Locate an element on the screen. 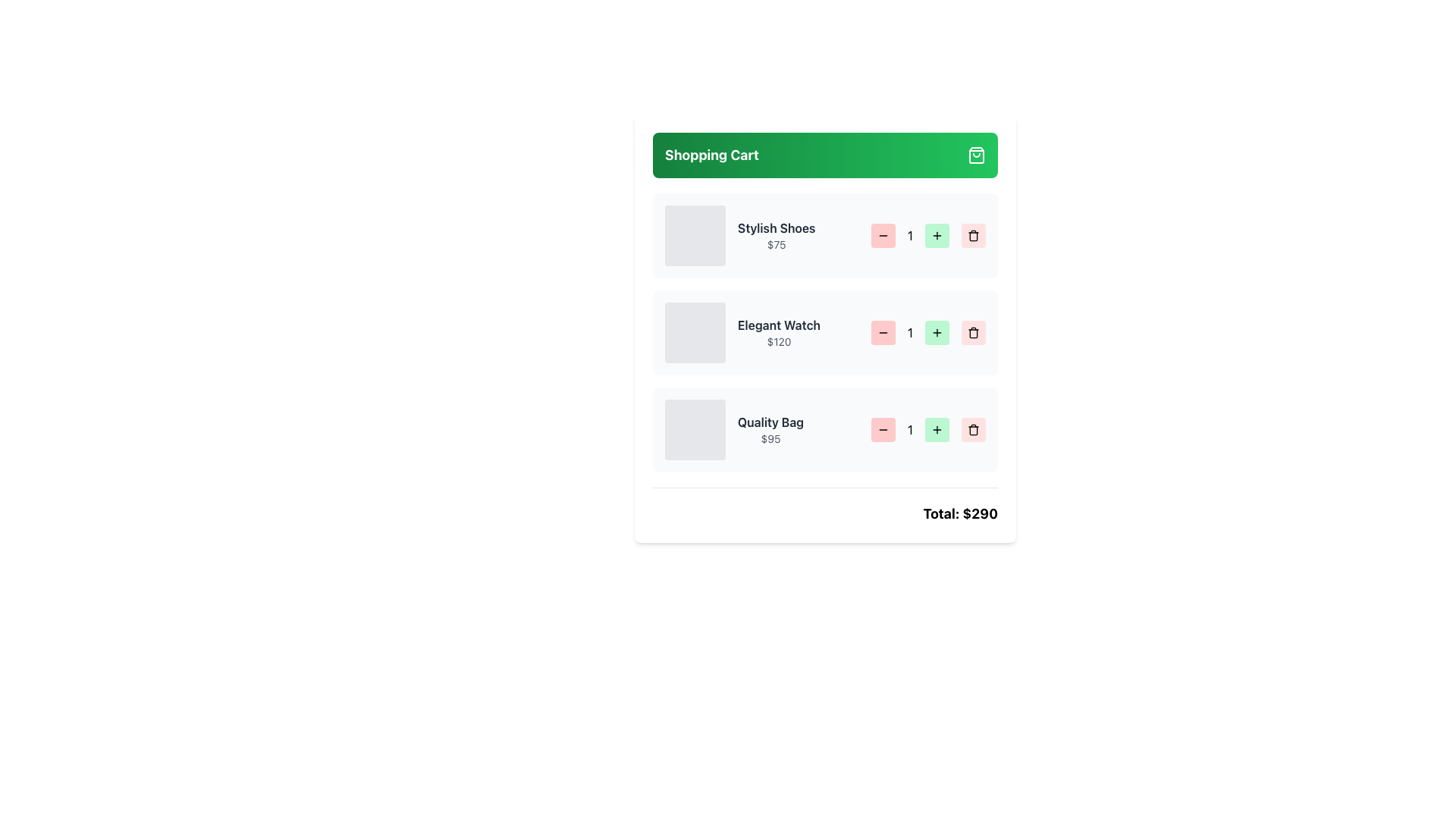 The width and height of the screenshot is (1456, 819). the delete button icon located to the far right of the row containing the 'Elegant Watch' item to receive a tooltip indicating its function is located at coordinates (973, 332).